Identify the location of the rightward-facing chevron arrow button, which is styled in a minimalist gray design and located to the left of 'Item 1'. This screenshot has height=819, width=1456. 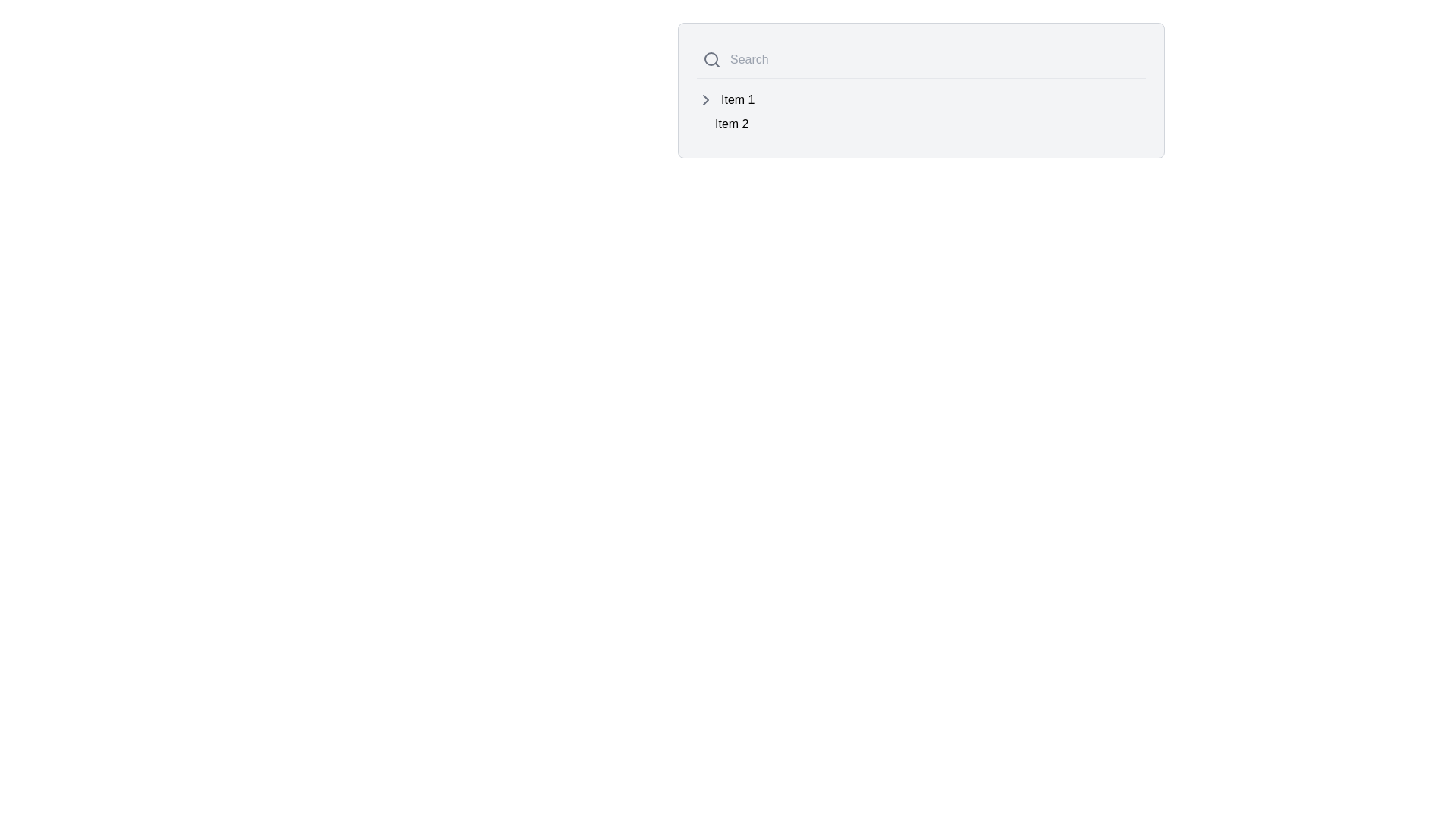
(705, 99).